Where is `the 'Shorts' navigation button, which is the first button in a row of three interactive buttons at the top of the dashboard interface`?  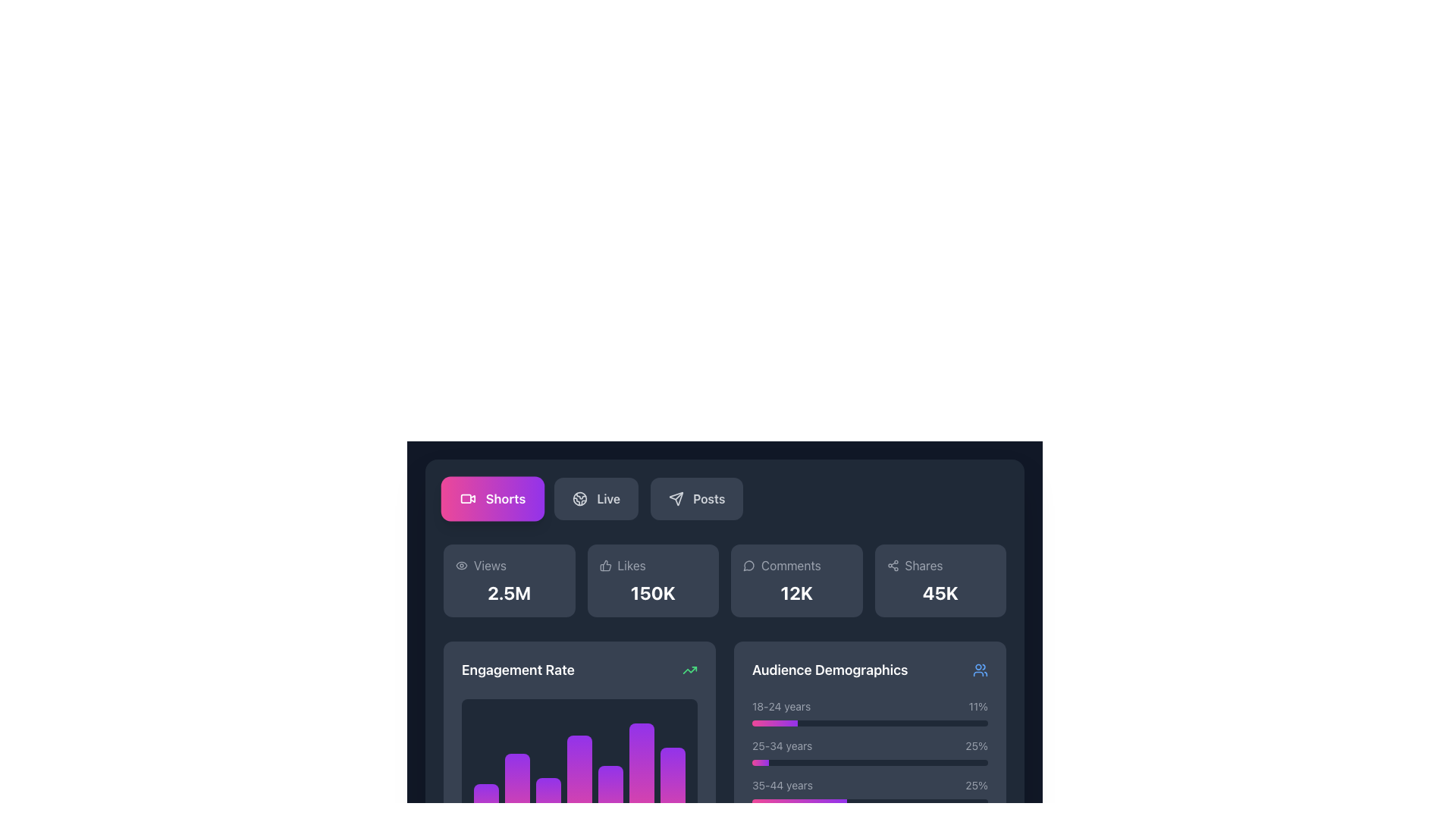
the 'Shorts' navigation button, which is the first button in a row of three interactive buttons at the top of the dashboard interface is located at coordinates (493, 499).